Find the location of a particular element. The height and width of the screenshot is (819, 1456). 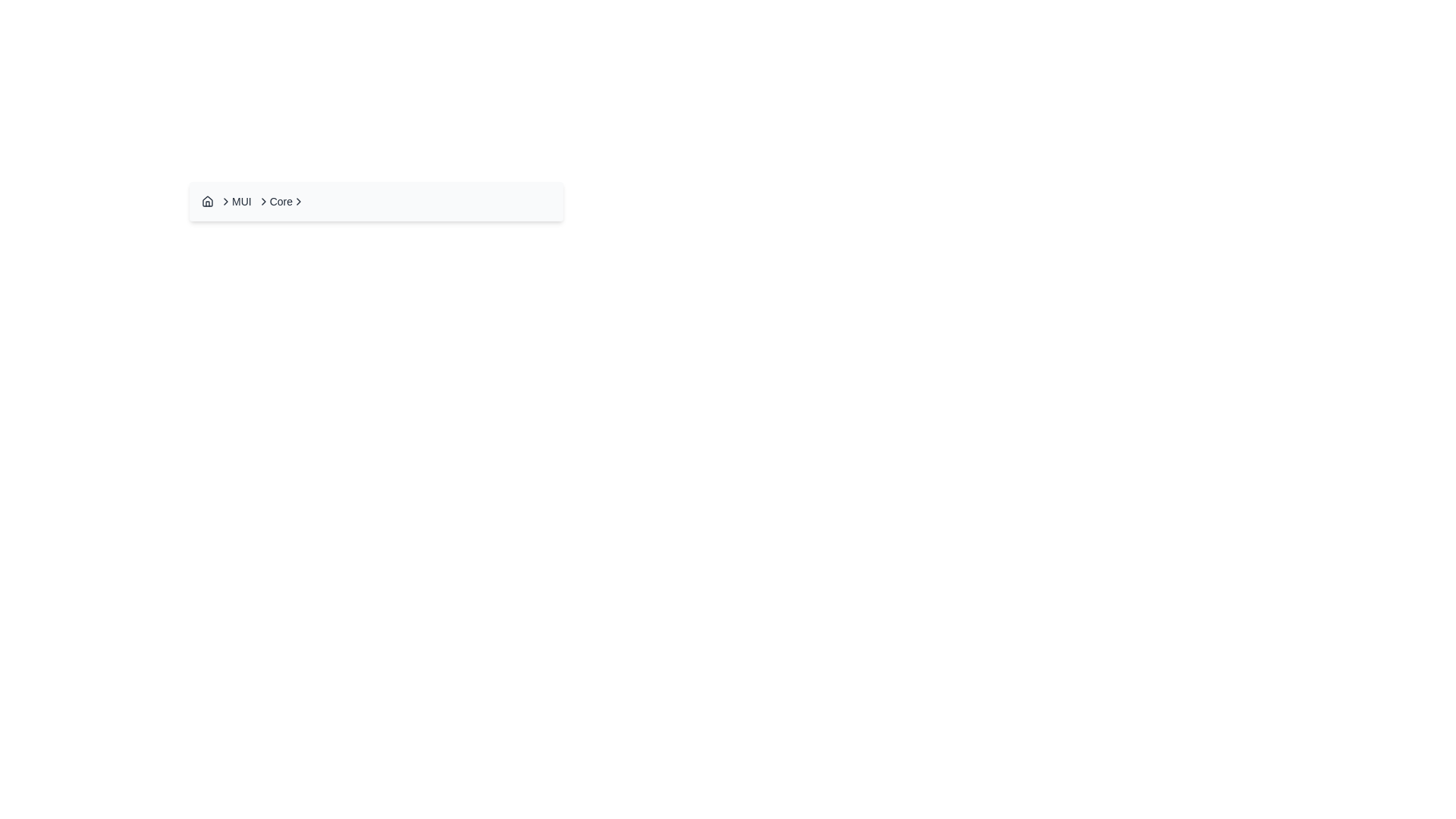

the chevron icon that serves as a navigational separator between the 'Home' icon and the 'MUI' text in the breadcrumb trail is located at coordinates (224, 201).